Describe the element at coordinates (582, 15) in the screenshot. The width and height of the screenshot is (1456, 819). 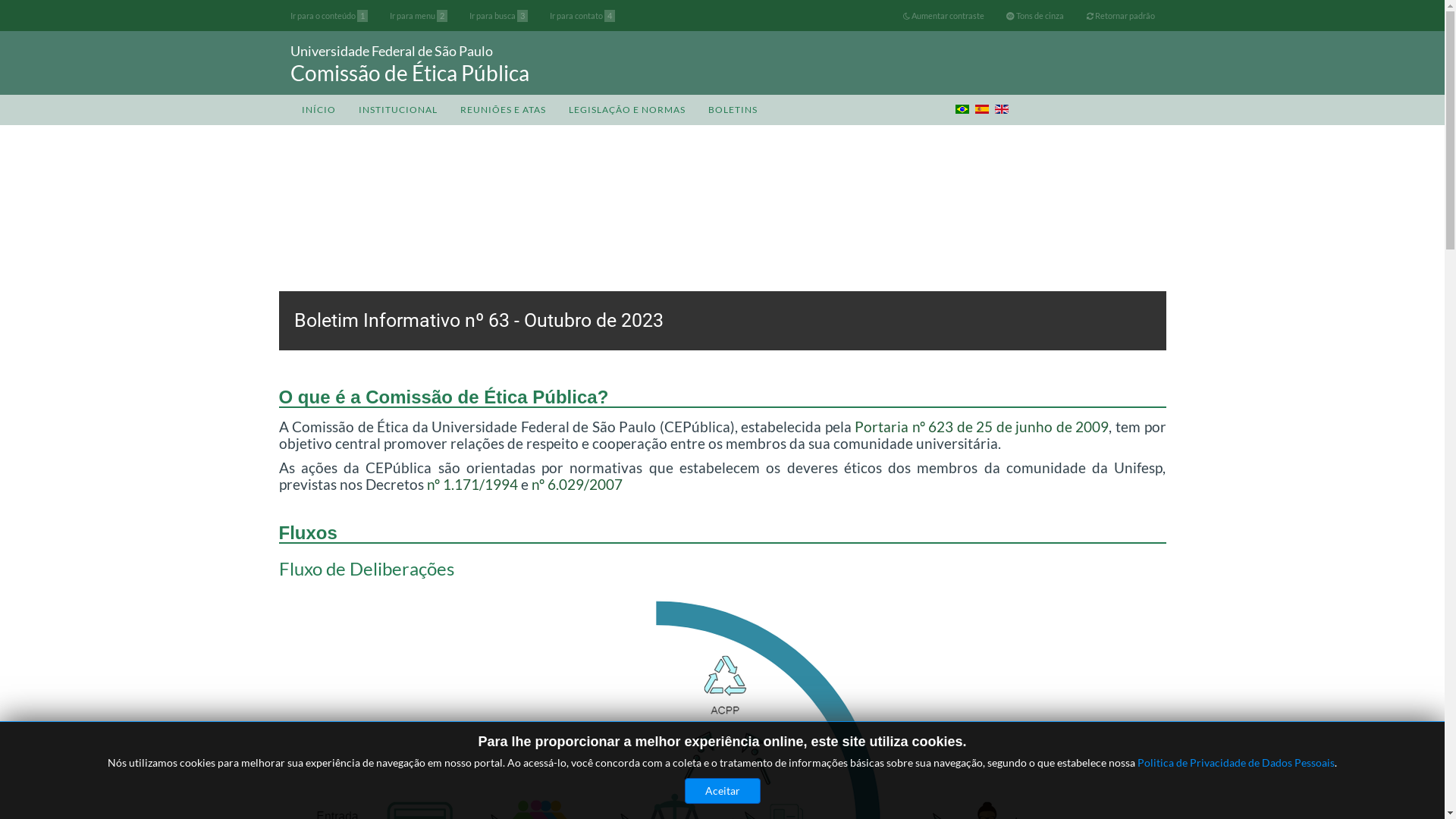
I see `'Ir para contato 4'` at that location.